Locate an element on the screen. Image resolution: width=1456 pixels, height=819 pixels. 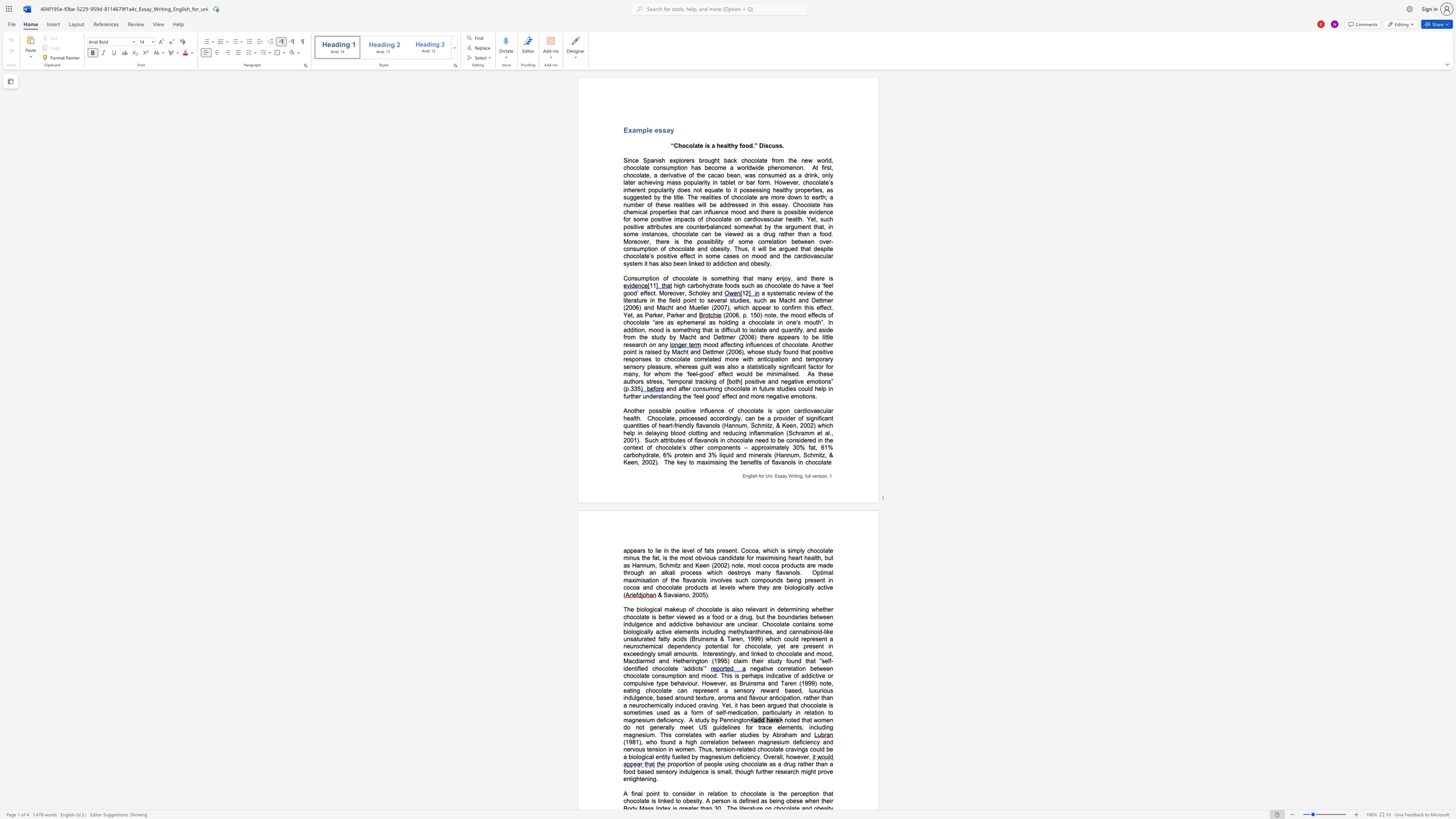
the subset text "d, chocolate consumption has become a" within the text "Since Spanish explorers brought back chocolate from the new world, chocolate consumption has become a worldwide phenomenon" is located at coordinates (827, 160).